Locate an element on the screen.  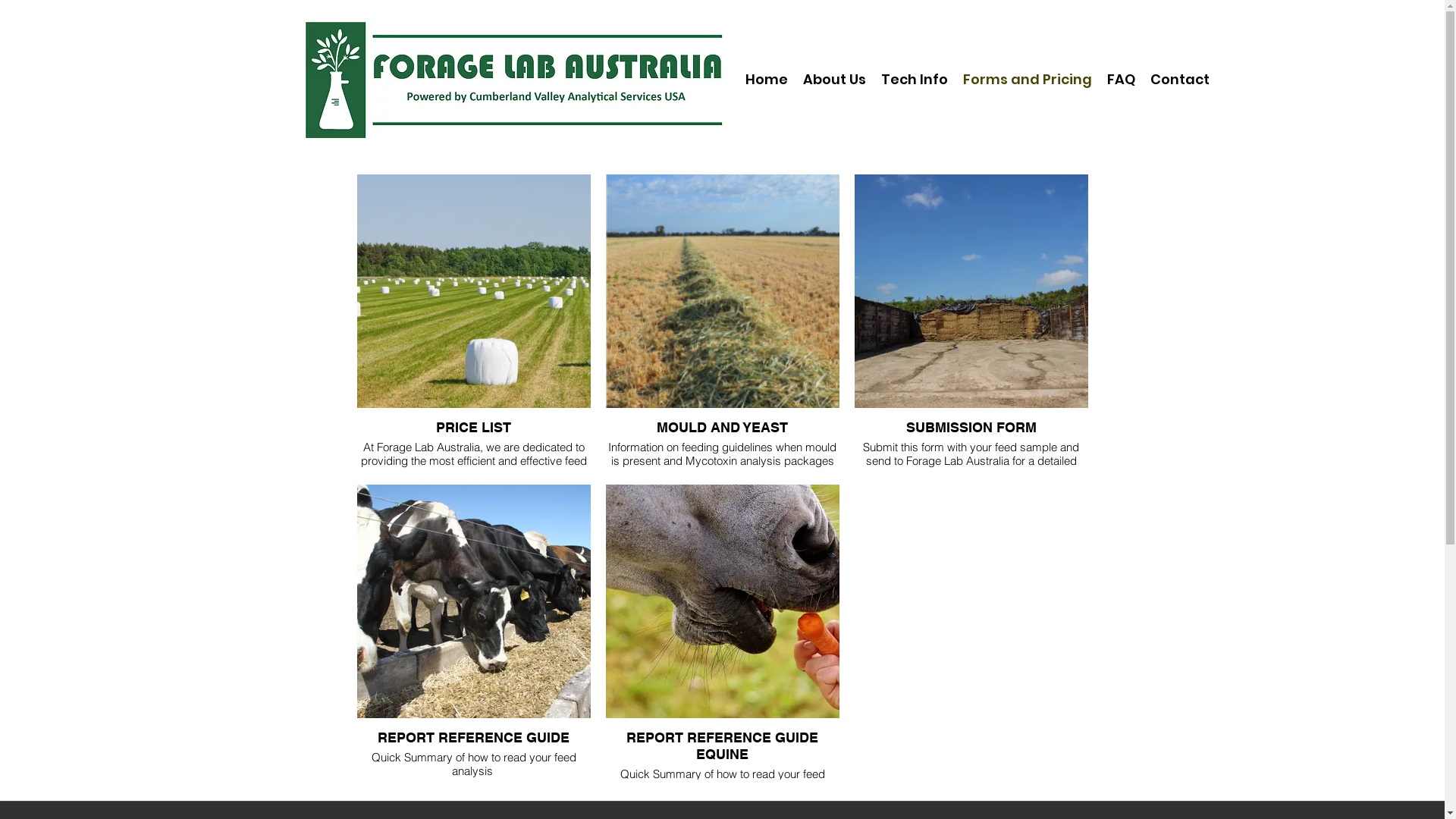
'Contact' is located at coordinates (1178, 79).